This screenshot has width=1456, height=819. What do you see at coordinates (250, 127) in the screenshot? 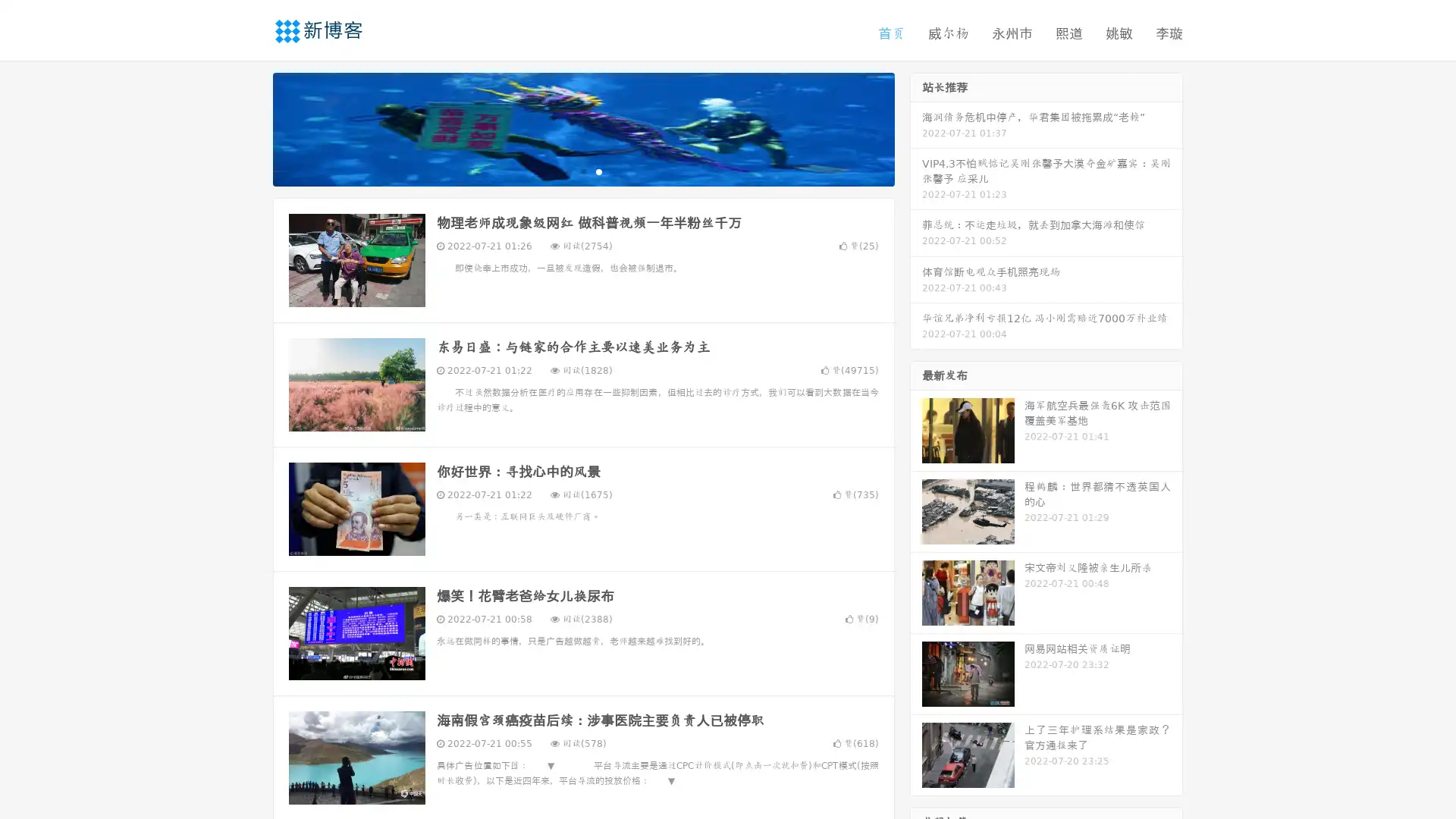
I see `Previous slide` at bounding box center [250, 127].